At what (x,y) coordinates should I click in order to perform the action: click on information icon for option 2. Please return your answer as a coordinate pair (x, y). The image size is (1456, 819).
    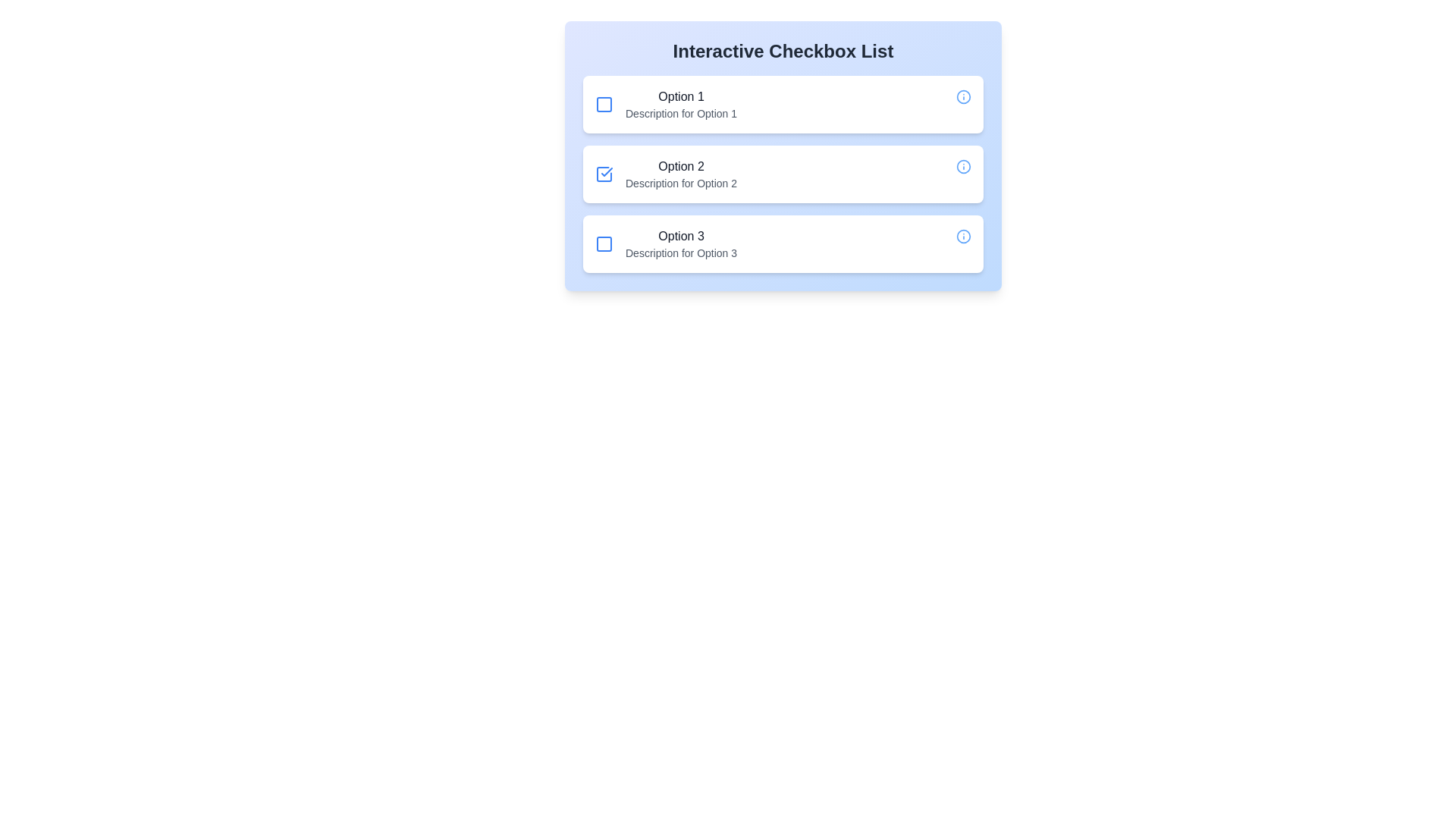
    Looking at the image, I should click on (963, 166).